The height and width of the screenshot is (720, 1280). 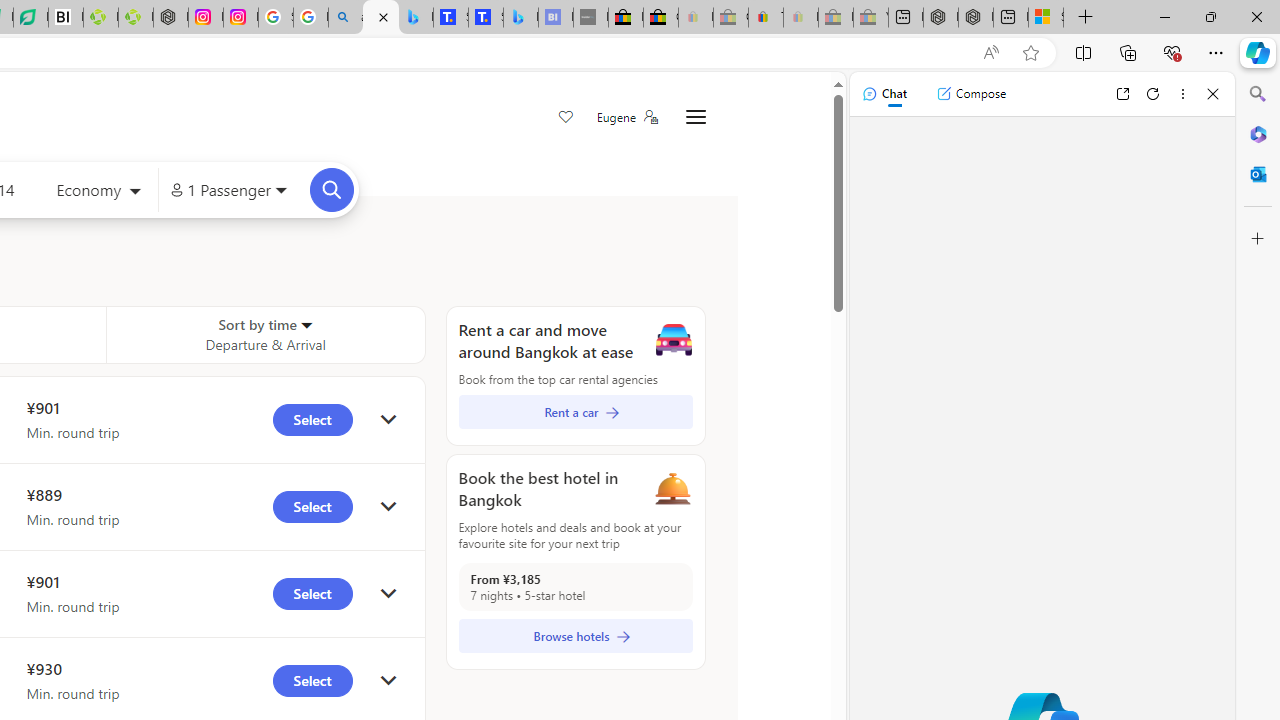 I want to click on 'Browse hotels', so click(x=574, y=636).